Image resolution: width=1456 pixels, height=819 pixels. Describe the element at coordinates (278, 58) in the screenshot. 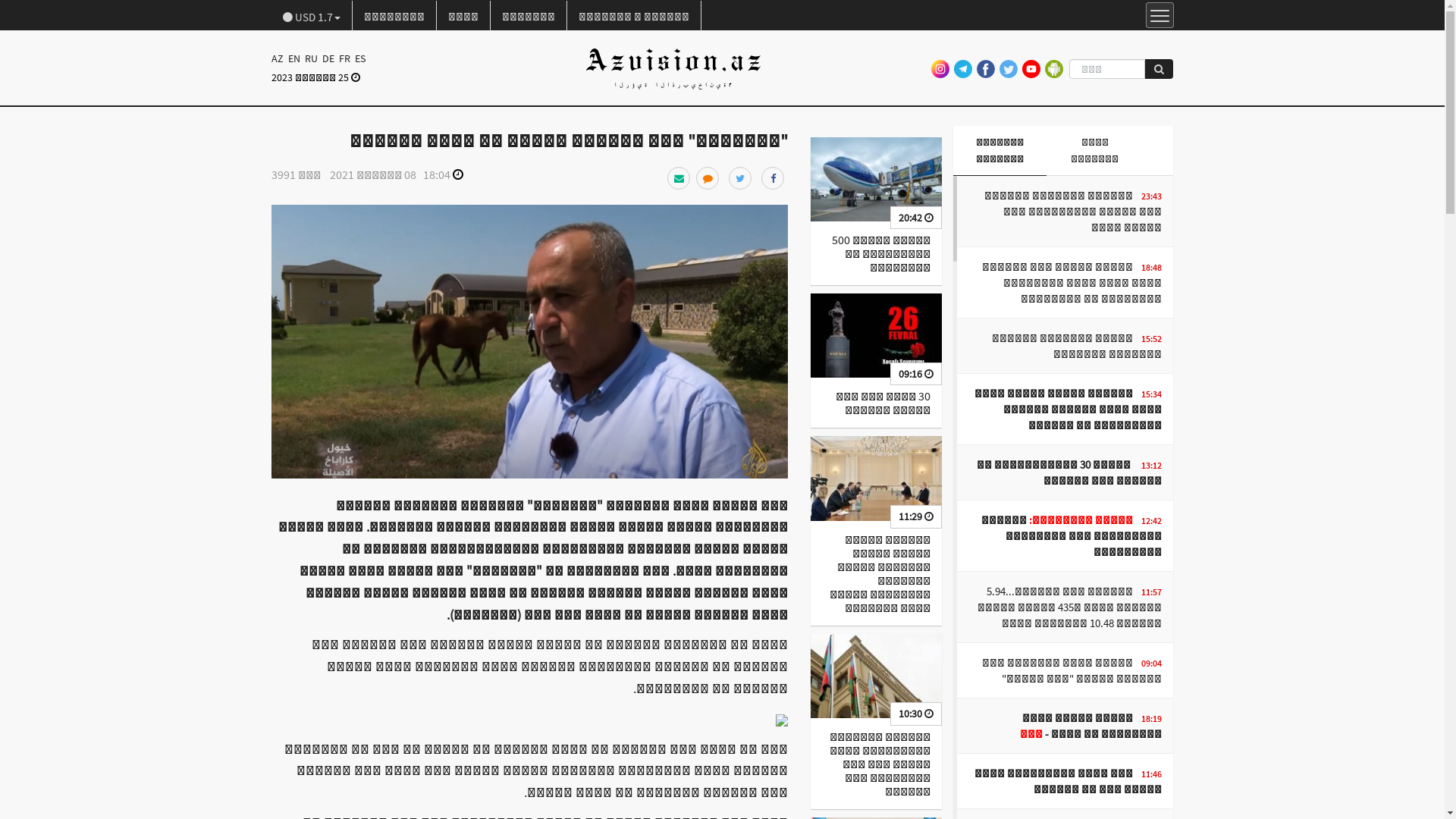

I see `'AZ'` at that location.